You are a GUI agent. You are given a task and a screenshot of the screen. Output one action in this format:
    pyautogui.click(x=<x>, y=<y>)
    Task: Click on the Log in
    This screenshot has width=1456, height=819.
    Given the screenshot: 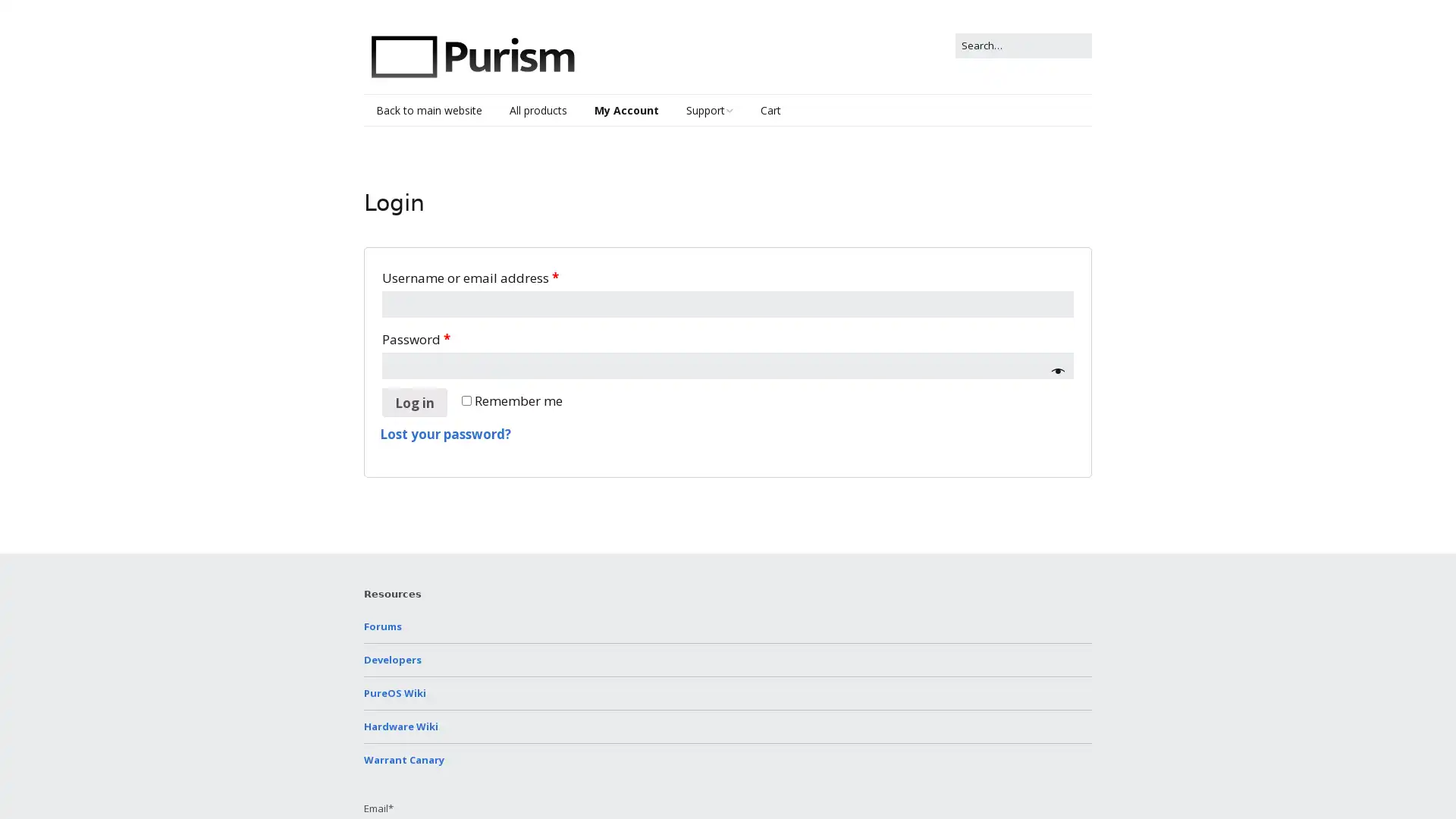 What is the action you would take?
    pyautogui.click(x=415, y=402)
    